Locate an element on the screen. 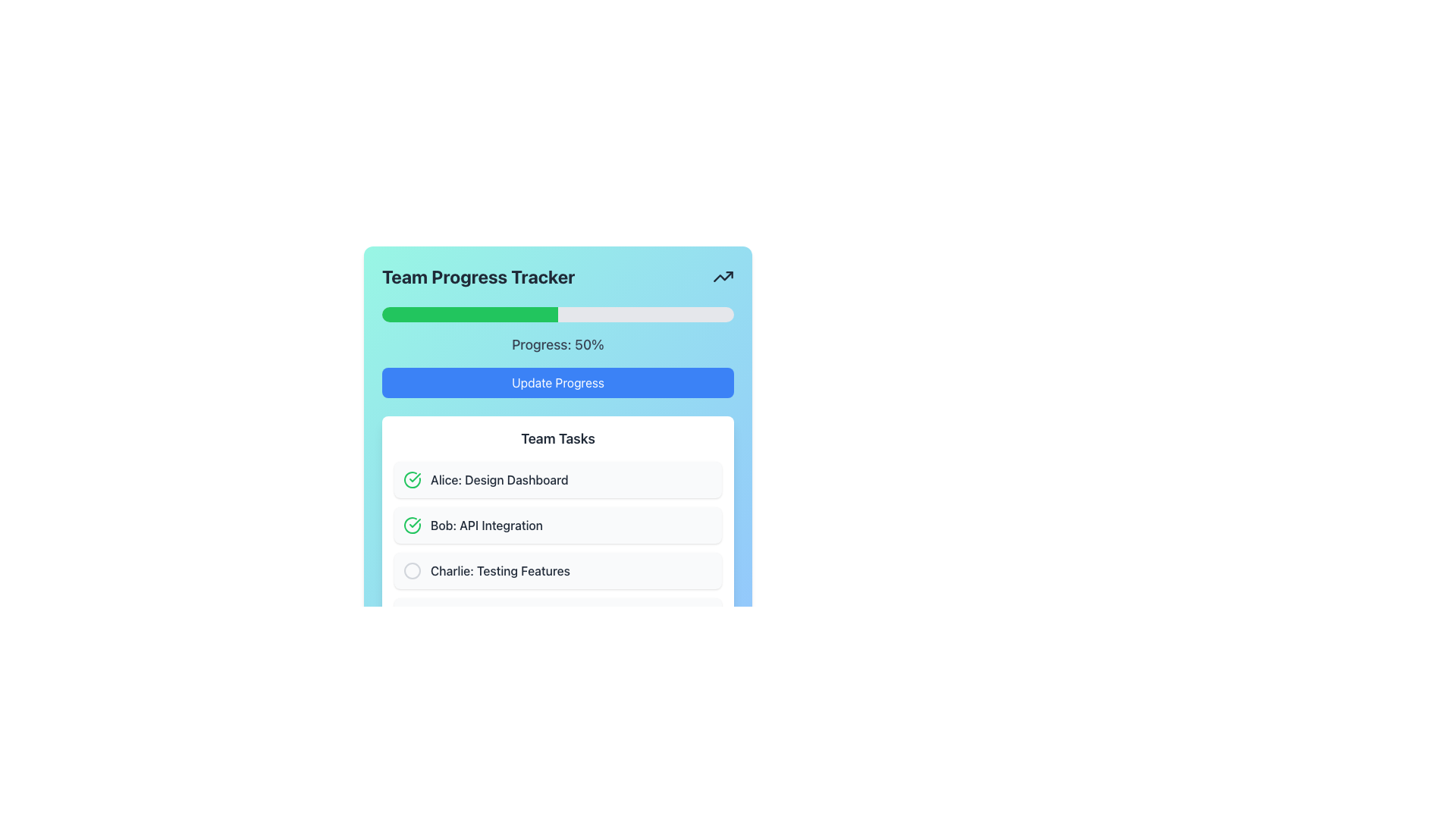 The height and width of the screenshot is (819, 1456). the decorative SVG graphic element that represents the status of 'Bob: API Integration' within the 'Team Tasks' panel is located at coordinates (412, 525).